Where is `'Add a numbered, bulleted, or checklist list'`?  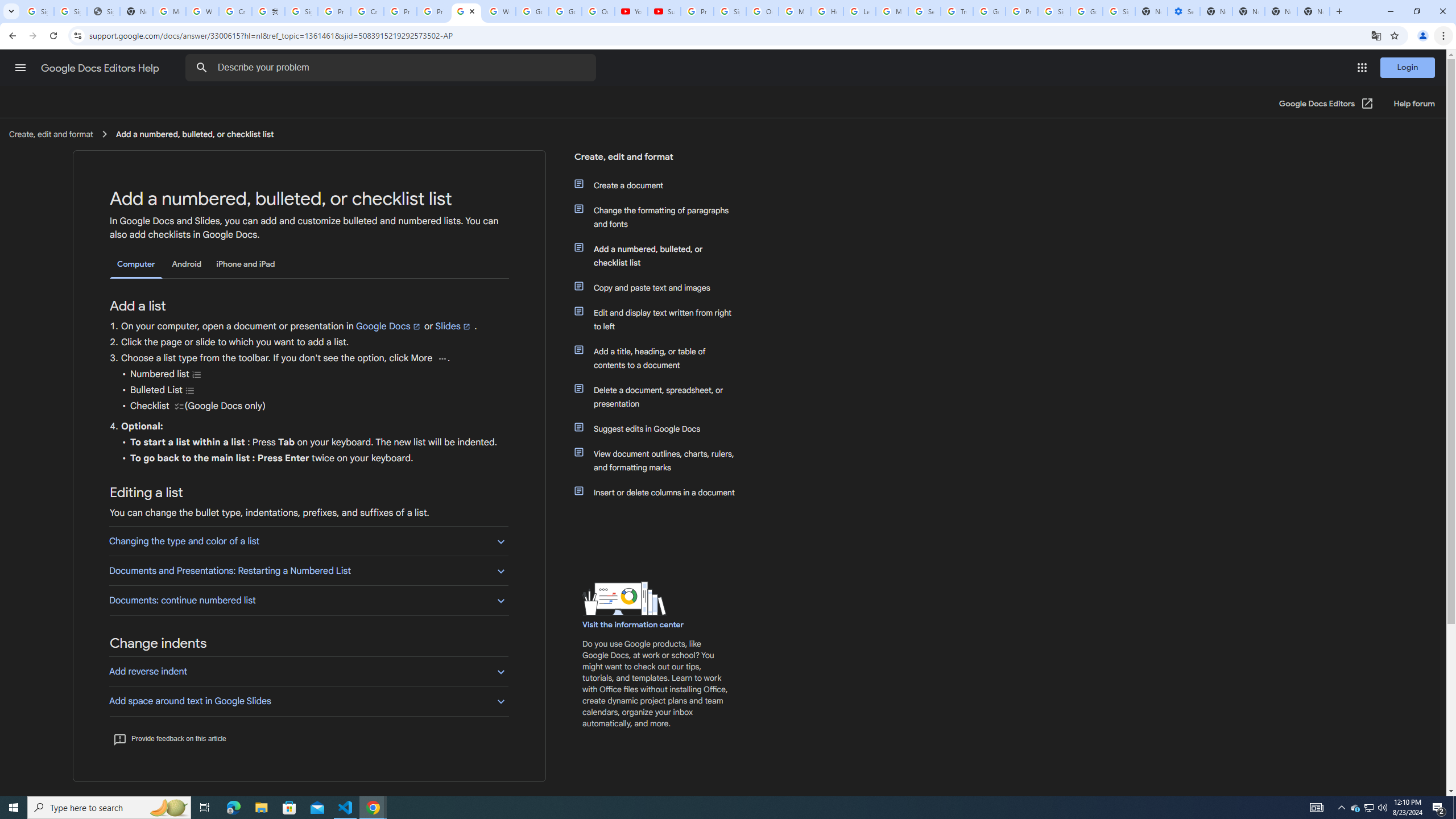
'Add a numbered, bulleted, or checklist list' is located at coordinates (661, 255).